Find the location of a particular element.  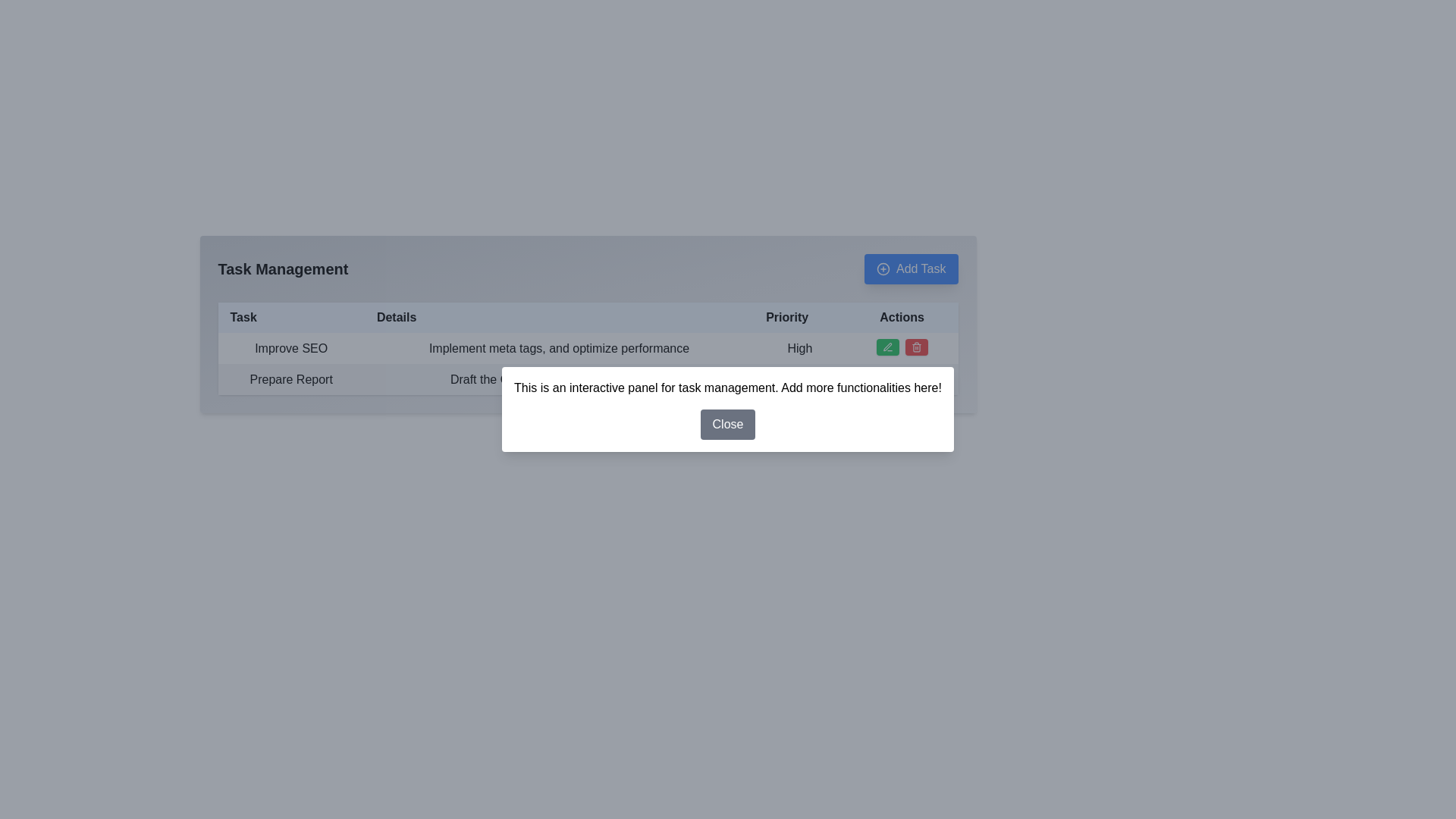

the Text element that provides a description for the task 'Prepare Report', located under the 'Details' heading in the task table is located at coordinates (558, 378).